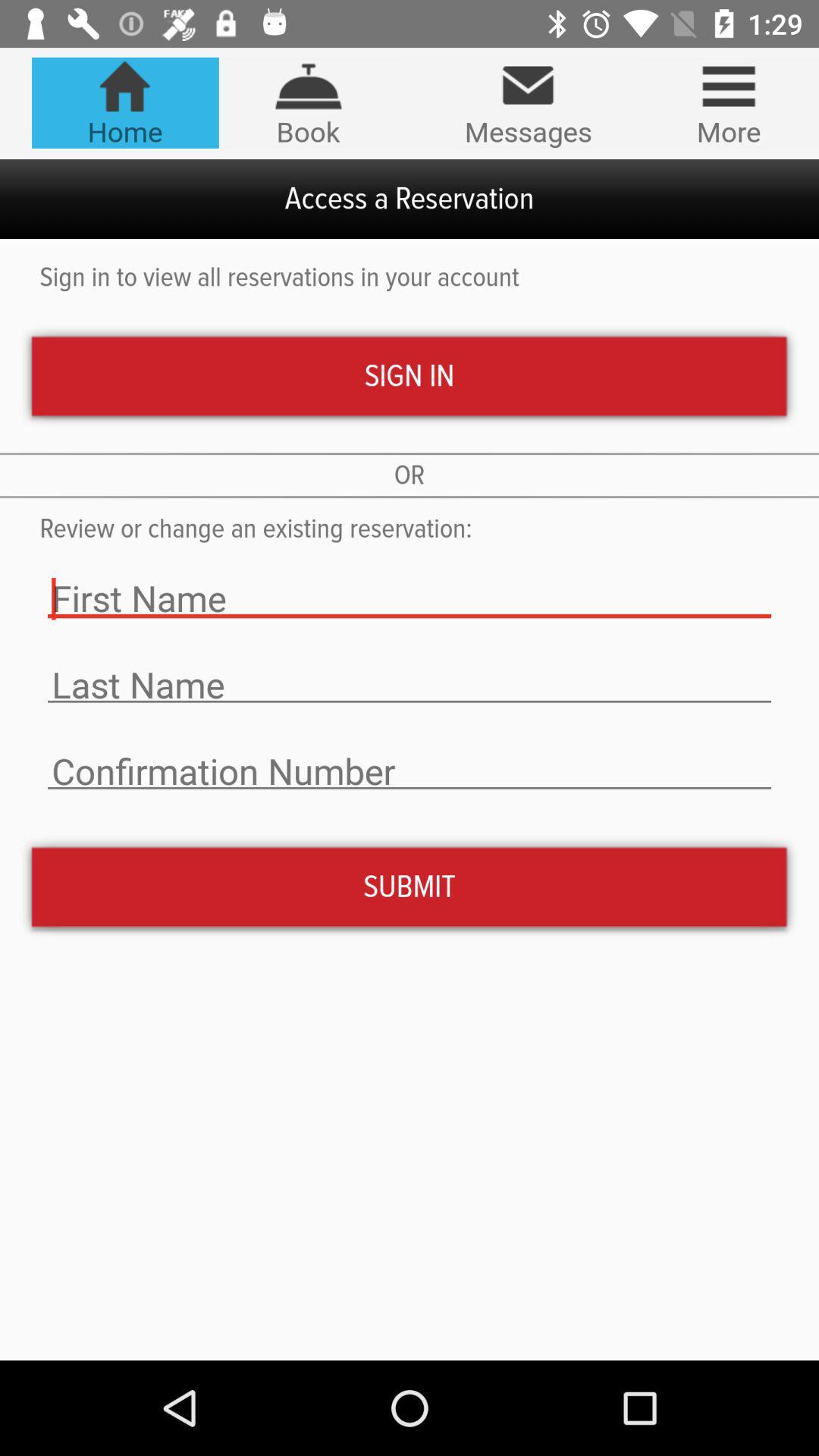 Image resolution: width=819 pixels, height=1456 pixels. Describe the element at coordinates (409, 771) in the screenshot. I see `confirmation number` at that location.